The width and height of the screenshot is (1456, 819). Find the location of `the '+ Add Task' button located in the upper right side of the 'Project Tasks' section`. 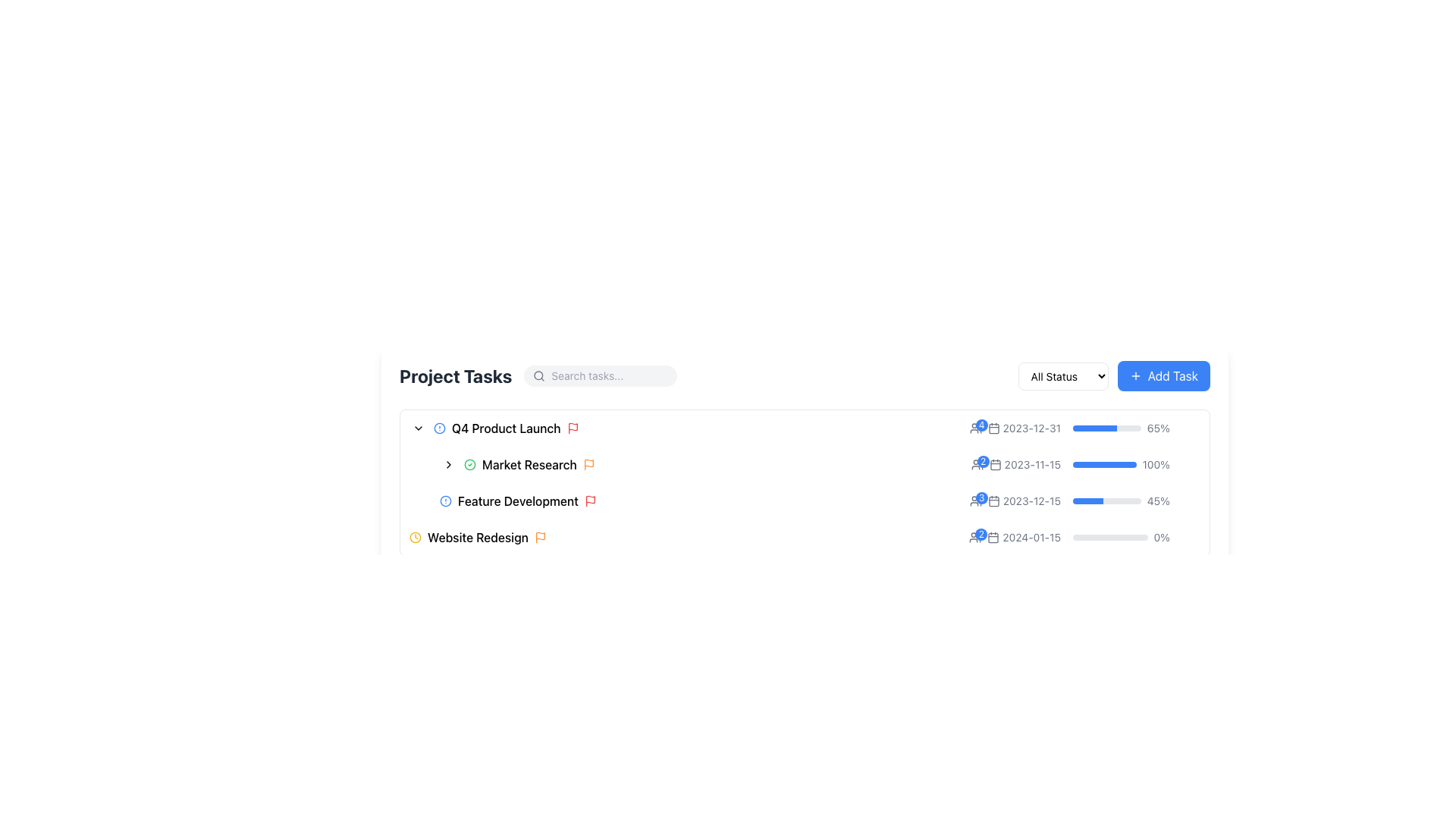

the '+ Add Task' button located in the upper right side of the 'Project Tasks' section is located at coordinates (1114, 375).